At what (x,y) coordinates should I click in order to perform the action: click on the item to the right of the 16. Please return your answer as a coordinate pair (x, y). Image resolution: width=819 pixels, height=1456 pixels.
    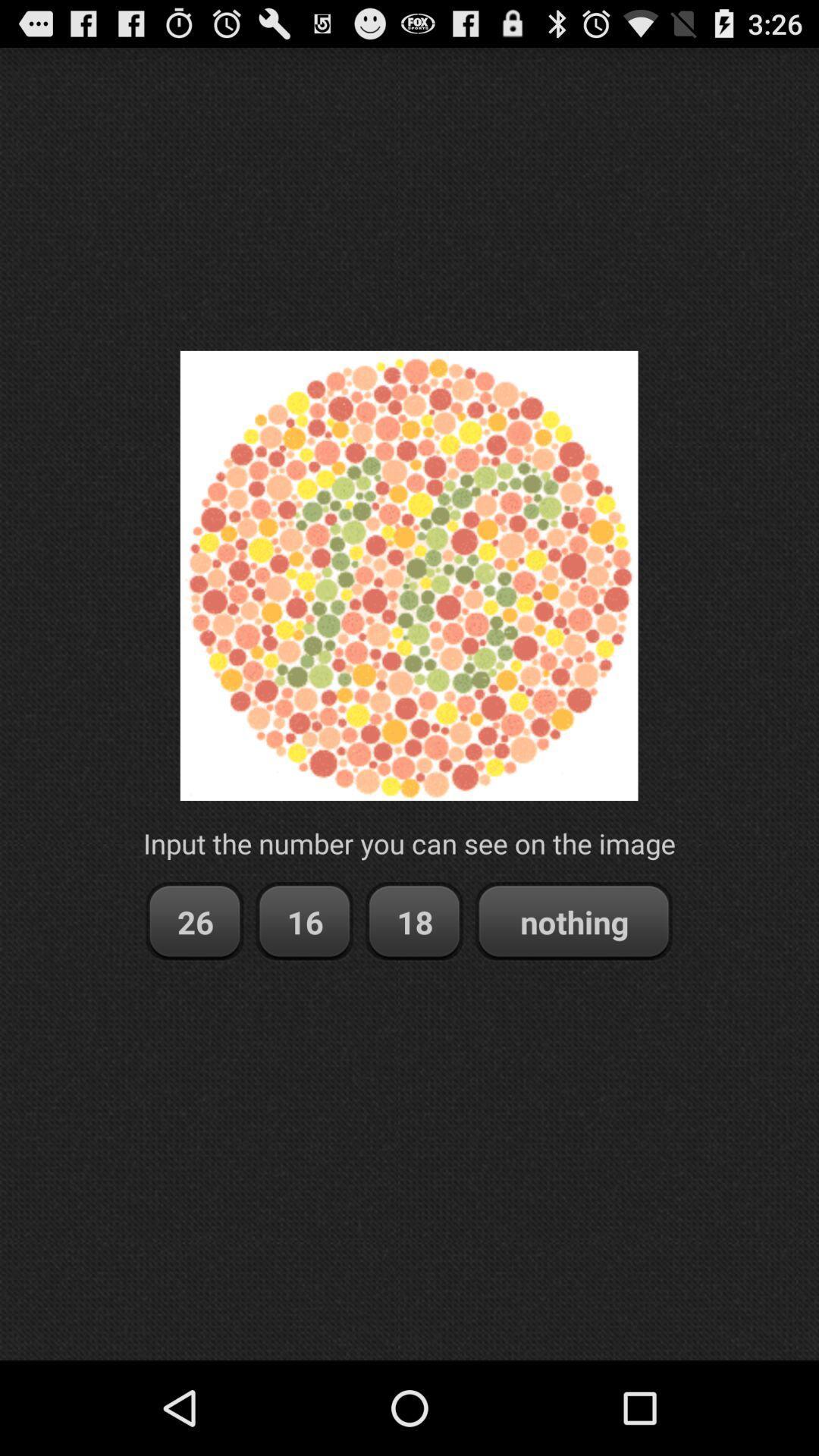
    Looking at the image, I should click on (414, 921).